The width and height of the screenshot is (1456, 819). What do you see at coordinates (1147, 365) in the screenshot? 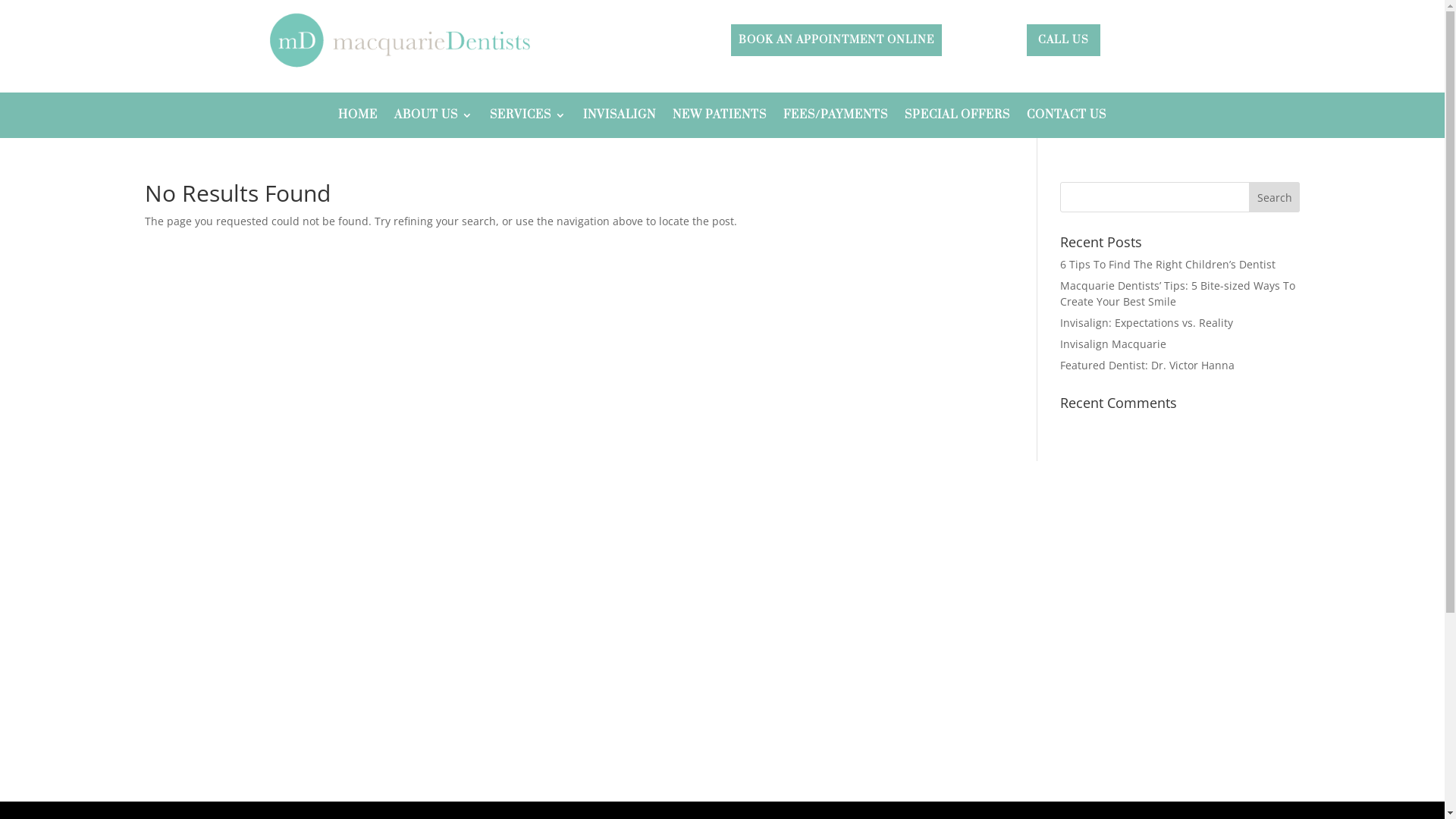
I see `'Featured Dentist: Dr. Victor Hanna'` at bounding box center [1147, 365].